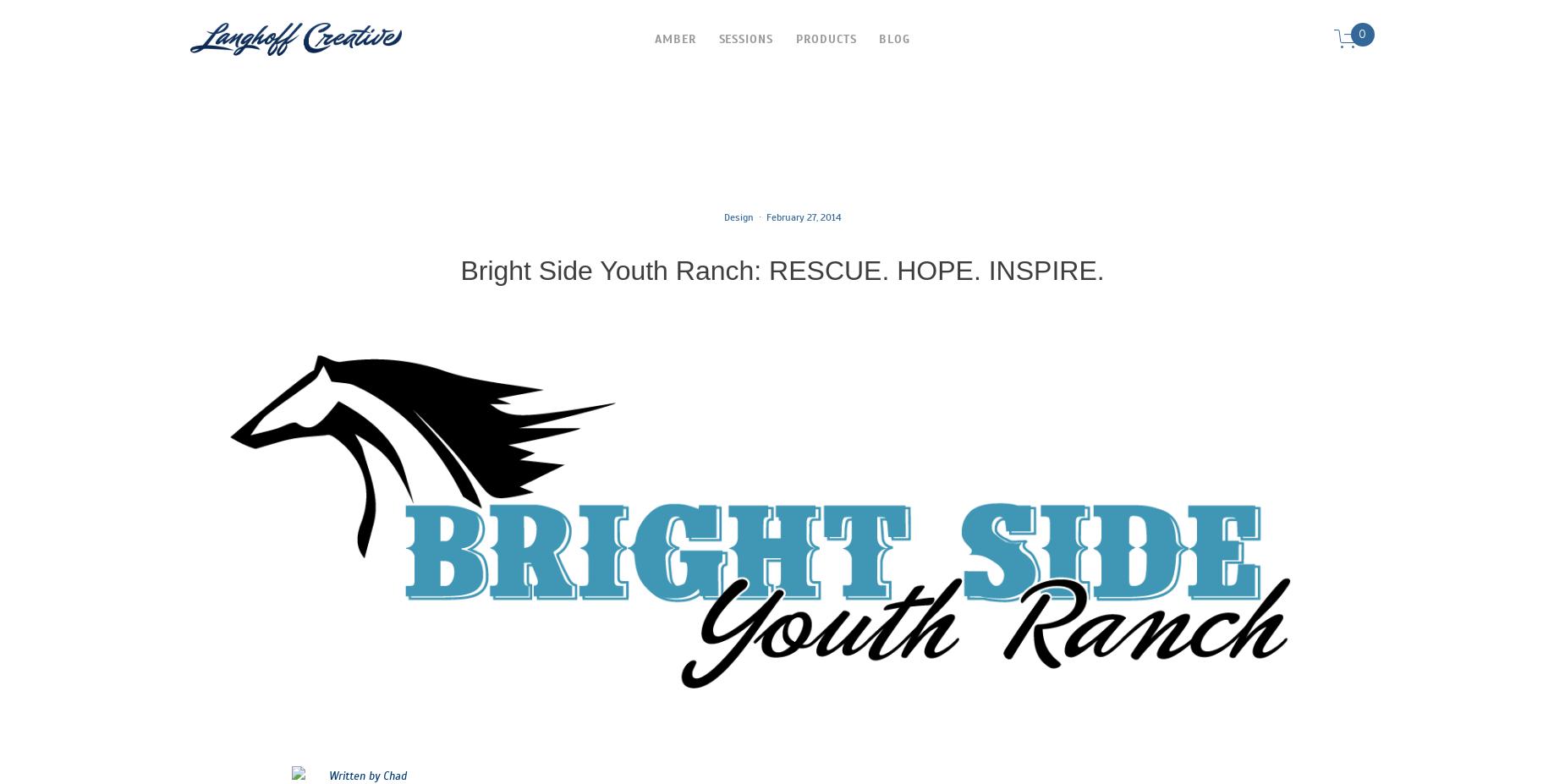 This screenshot has height=784, width=1565. I want to click on 'Design', so click(739, 217).